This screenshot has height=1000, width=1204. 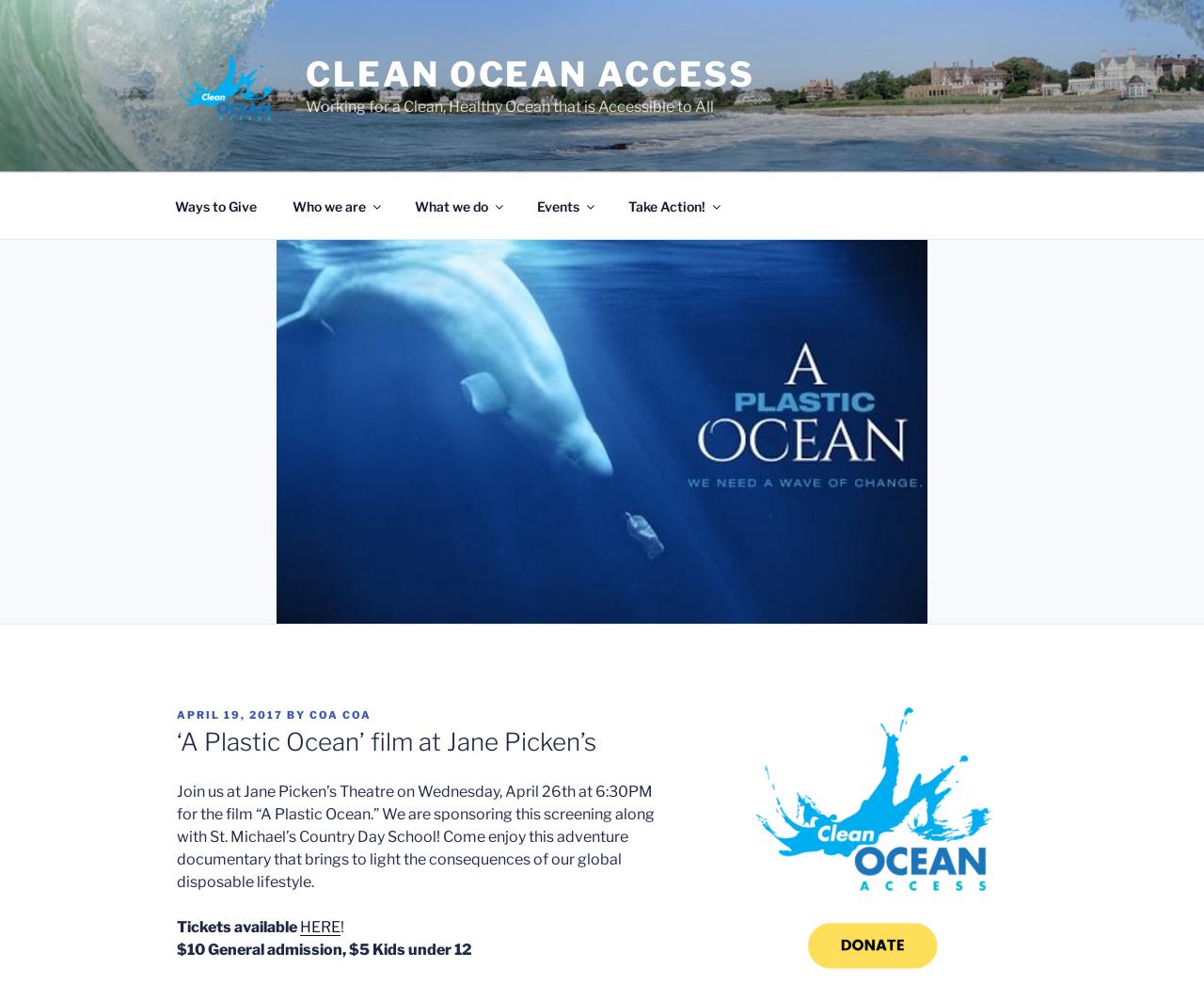 I want to click on 'April 19, 2017', so click(x=229, y=714).